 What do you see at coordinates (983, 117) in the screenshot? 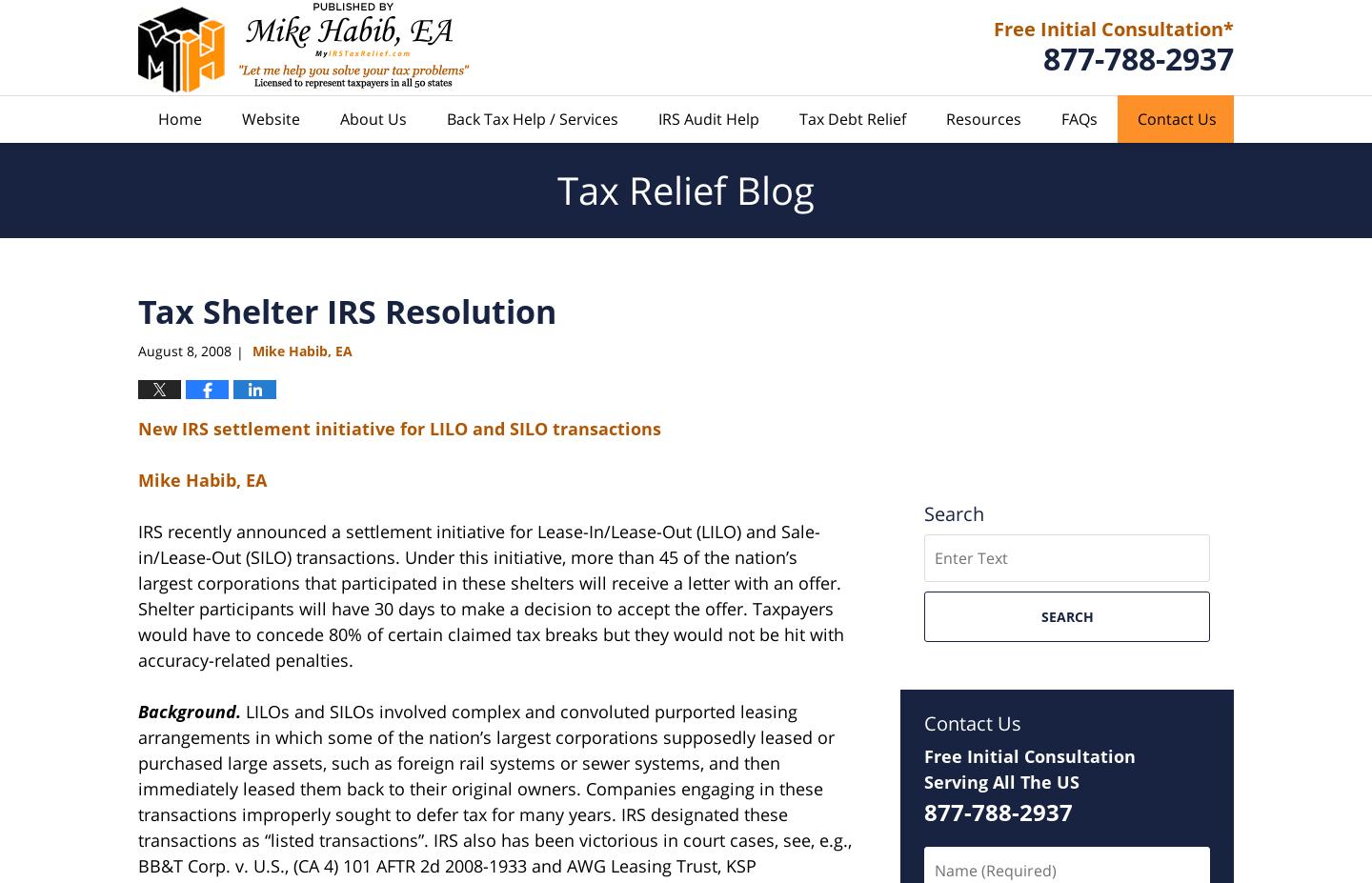
I see `'Resources'` at bounding box center [983, 117].